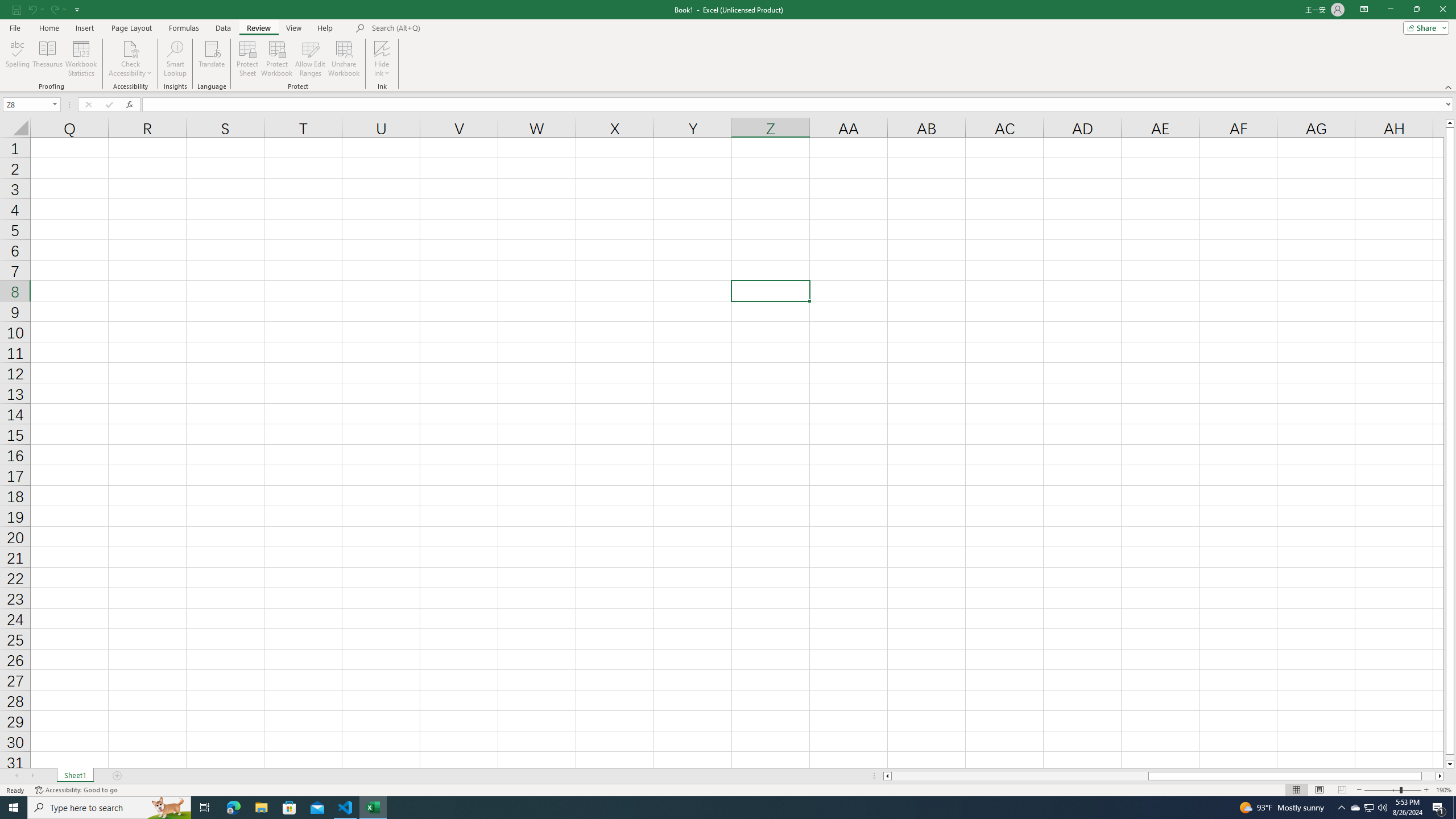  Describe the element at coordinates (1440, 775) in the screenshot. I see `'Column right'` at that location.